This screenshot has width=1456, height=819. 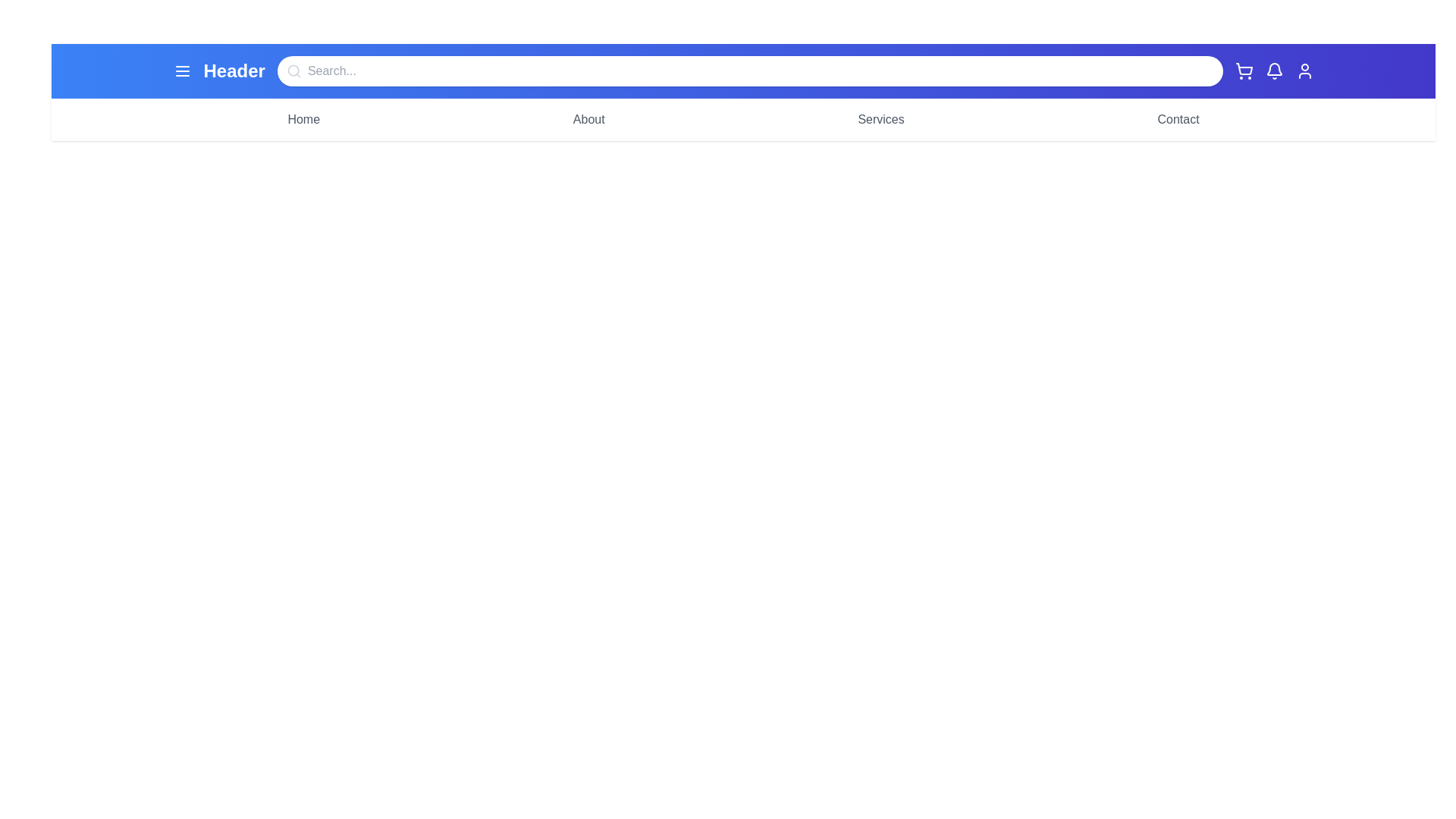 I want to click on the search field to focus it, so click(x=749, y=71).